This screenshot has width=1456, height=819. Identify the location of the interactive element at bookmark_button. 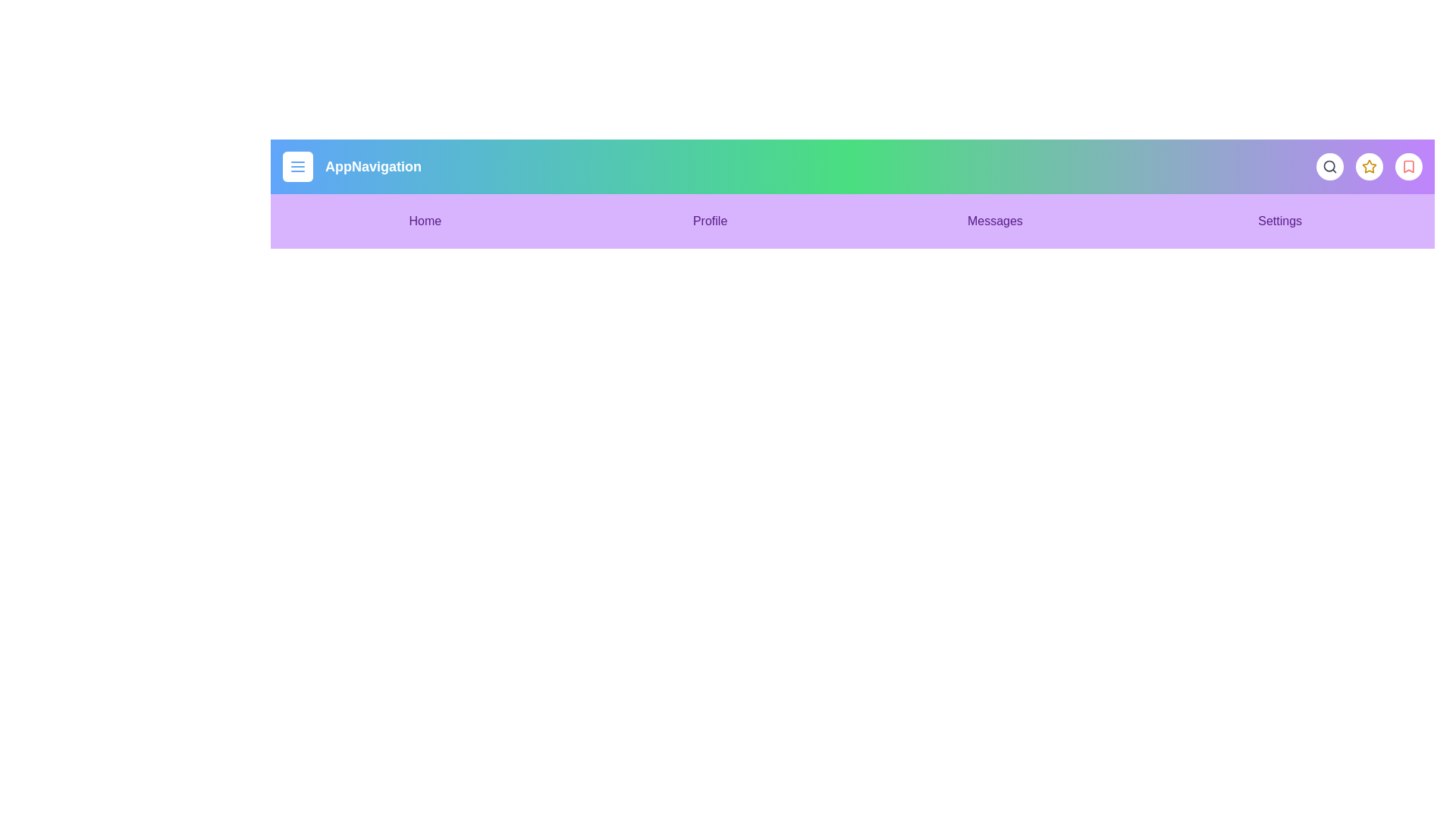
(1407, 166).